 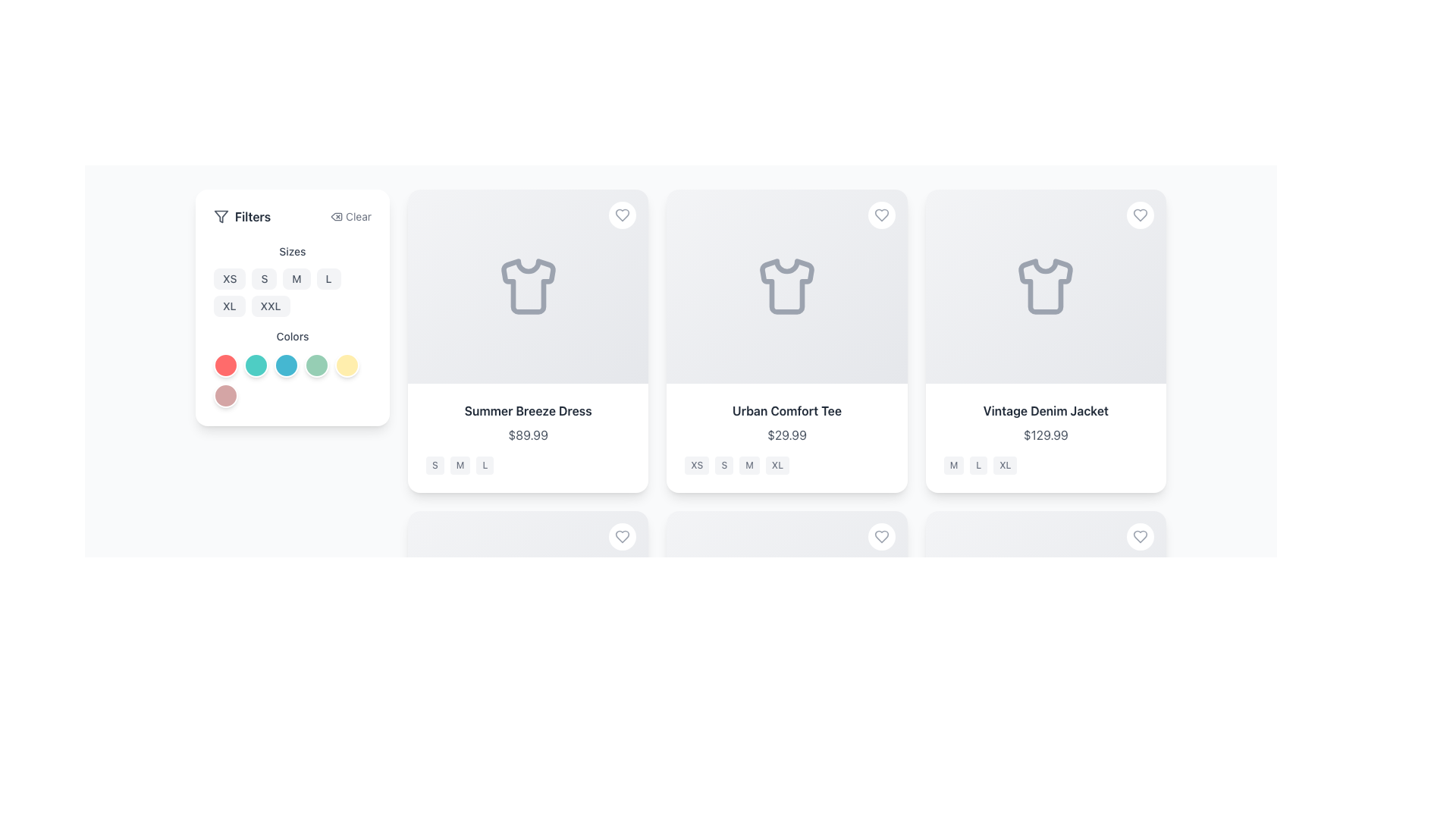 What do you see at coordinates (221, 216) in the screenshot?
I see `the filter icon located at the top-left corner of the filter panel, which serves as a graphical representation for filtering options` at bounding box center [221, 216].